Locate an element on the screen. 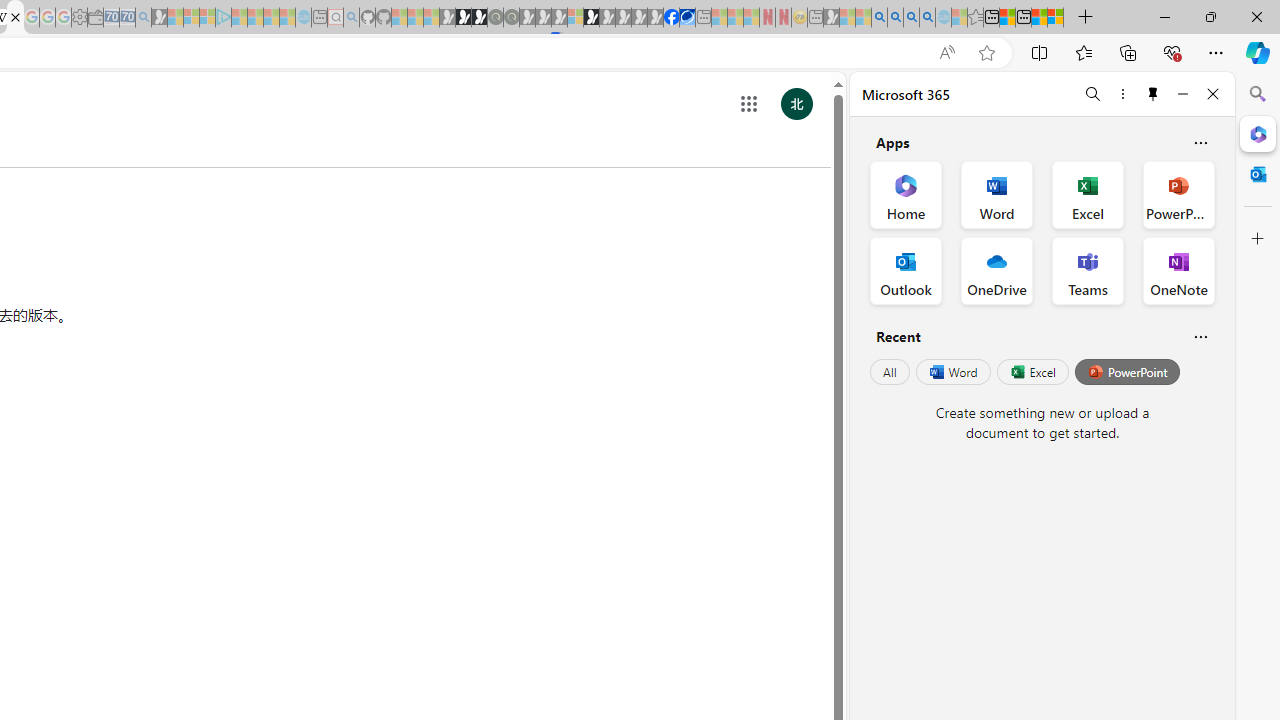 This screenshot has width=1280, height=720. 'Play Zoo Boom in your browser | Games from Microsoft Start' is located at coordinates (462, 17).